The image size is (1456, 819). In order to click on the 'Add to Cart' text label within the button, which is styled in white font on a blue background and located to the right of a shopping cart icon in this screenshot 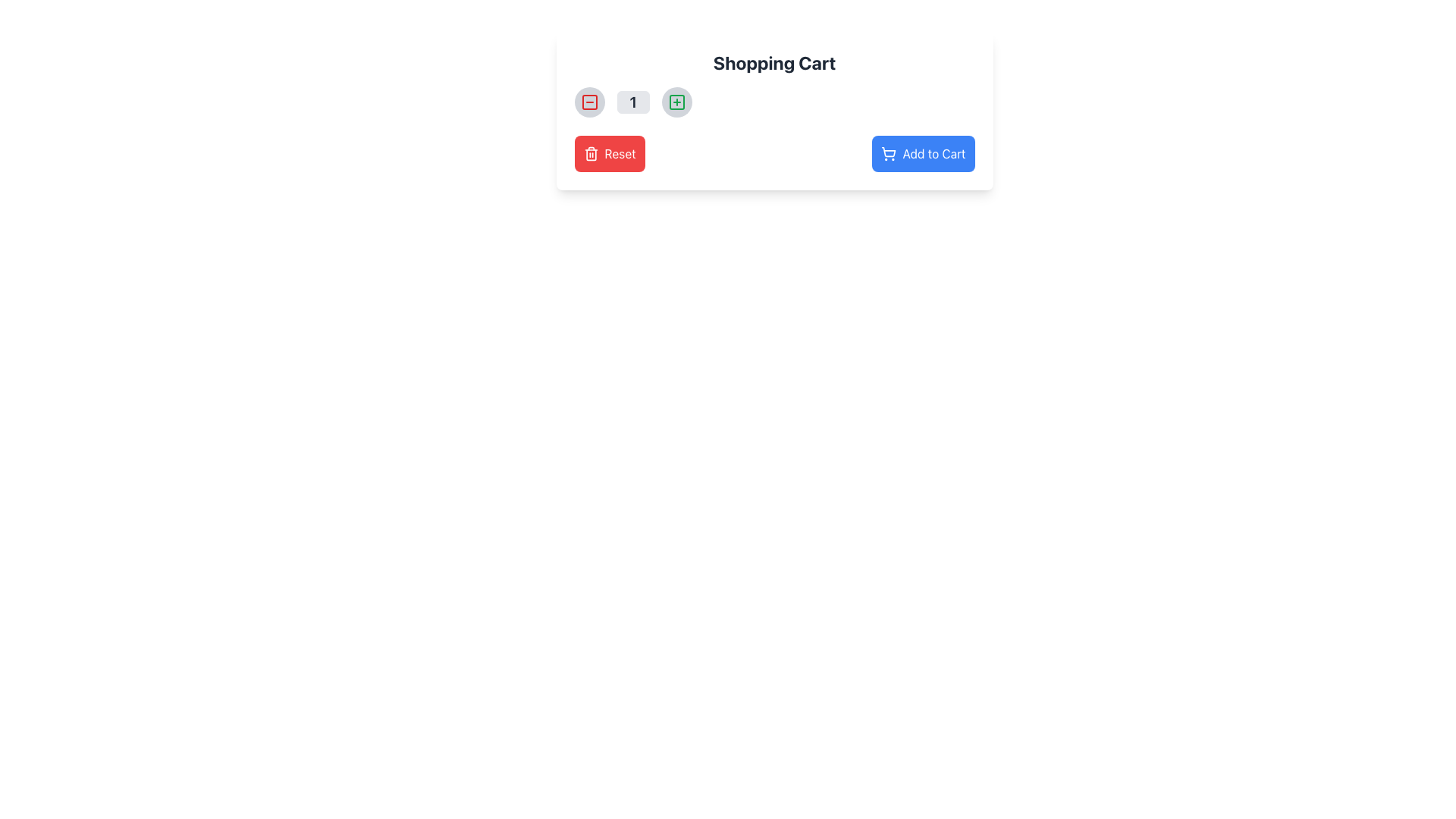, I will do `click(934, 154)`.